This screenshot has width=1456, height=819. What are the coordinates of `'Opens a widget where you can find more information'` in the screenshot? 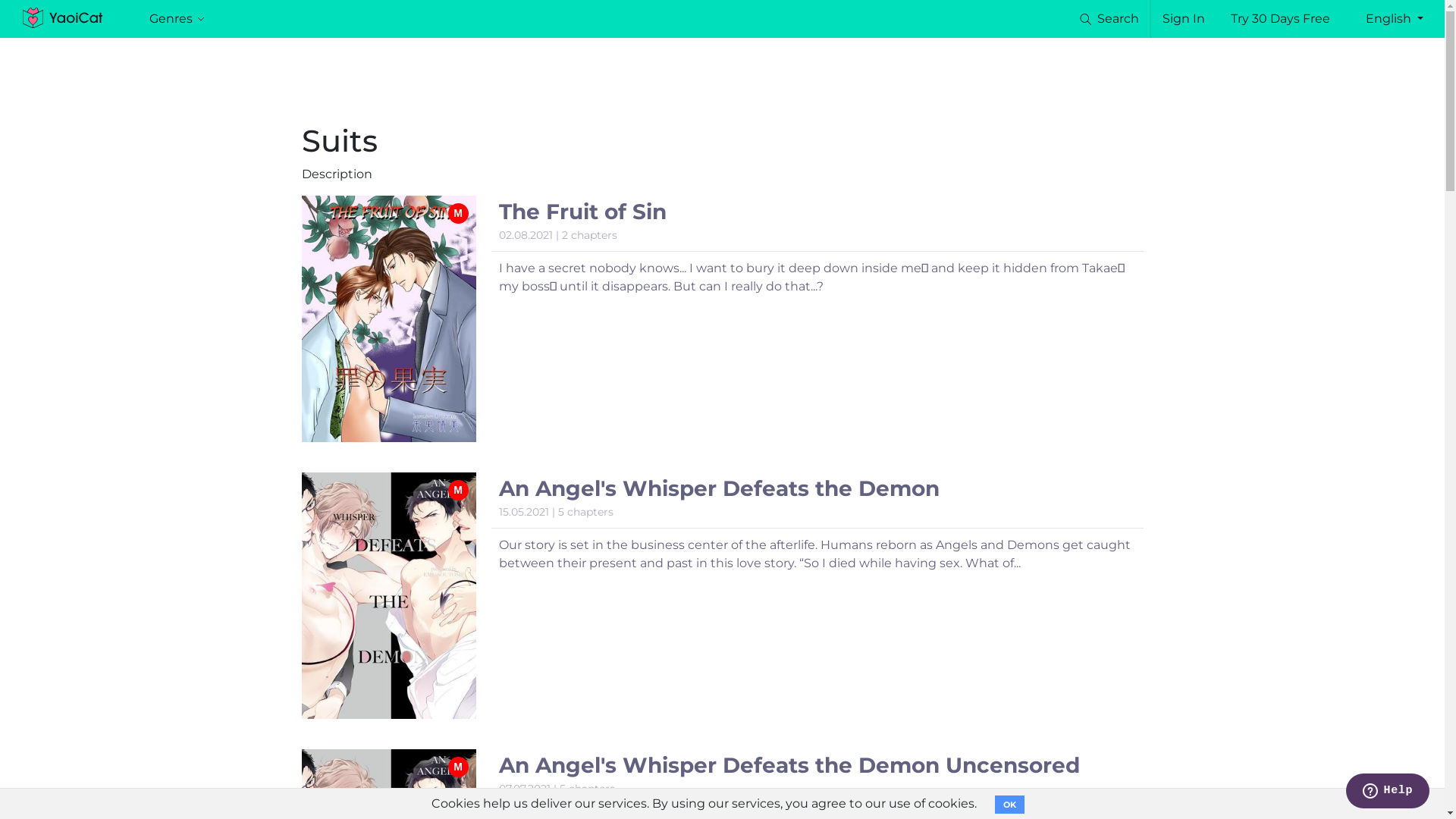 It's located at (1345, 792).